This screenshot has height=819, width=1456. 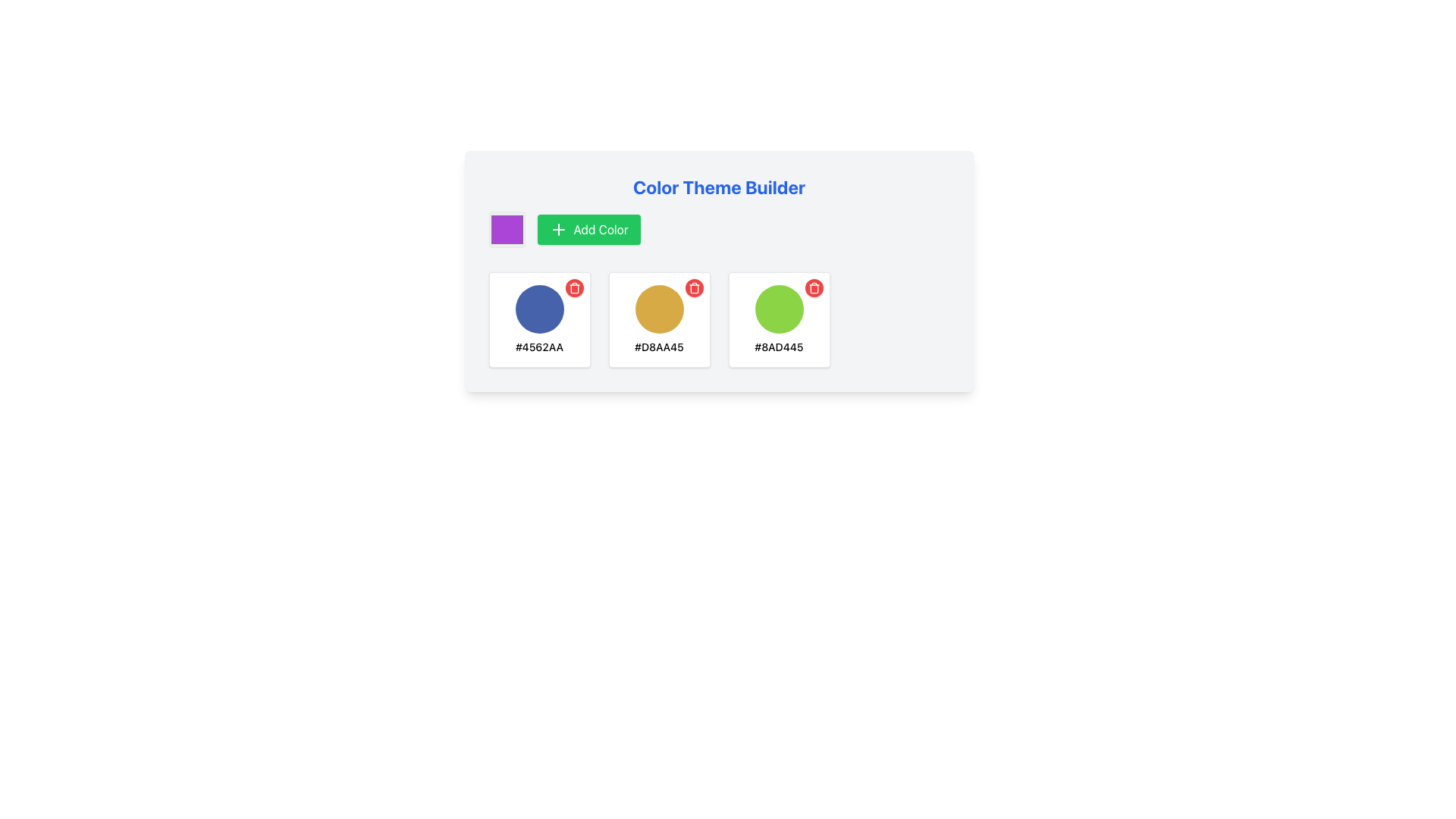 What do you see at coordinates (693, 288) in the screenshot?
I see `the delete button located in the top-right corner of the color card displaying the hexadecimal code '#D8AA45'` at bounding box center [693, 288].